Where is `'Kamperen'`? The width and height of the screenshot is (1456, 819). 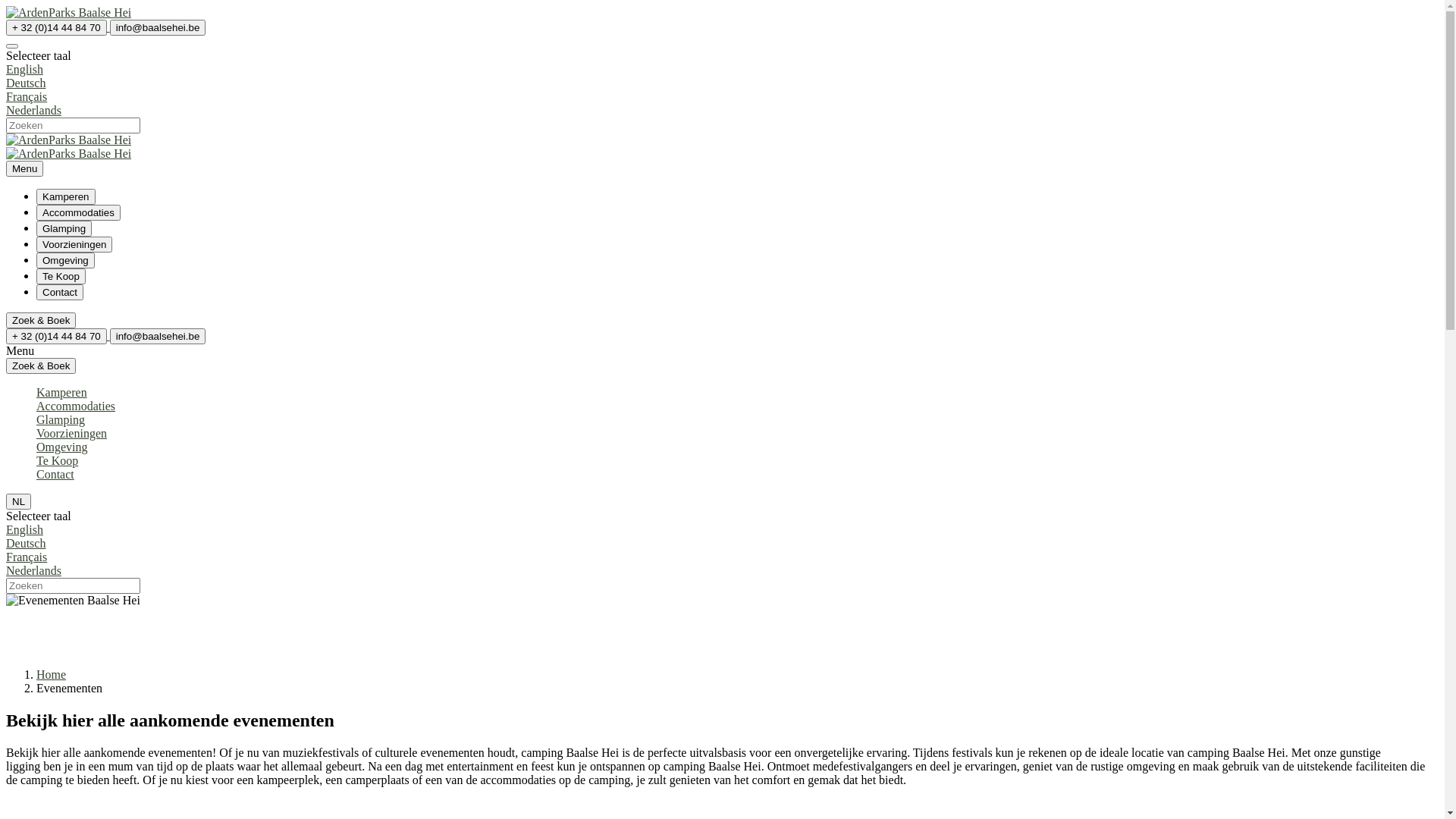 'Kamperen' is located at coordinates (64, 196).